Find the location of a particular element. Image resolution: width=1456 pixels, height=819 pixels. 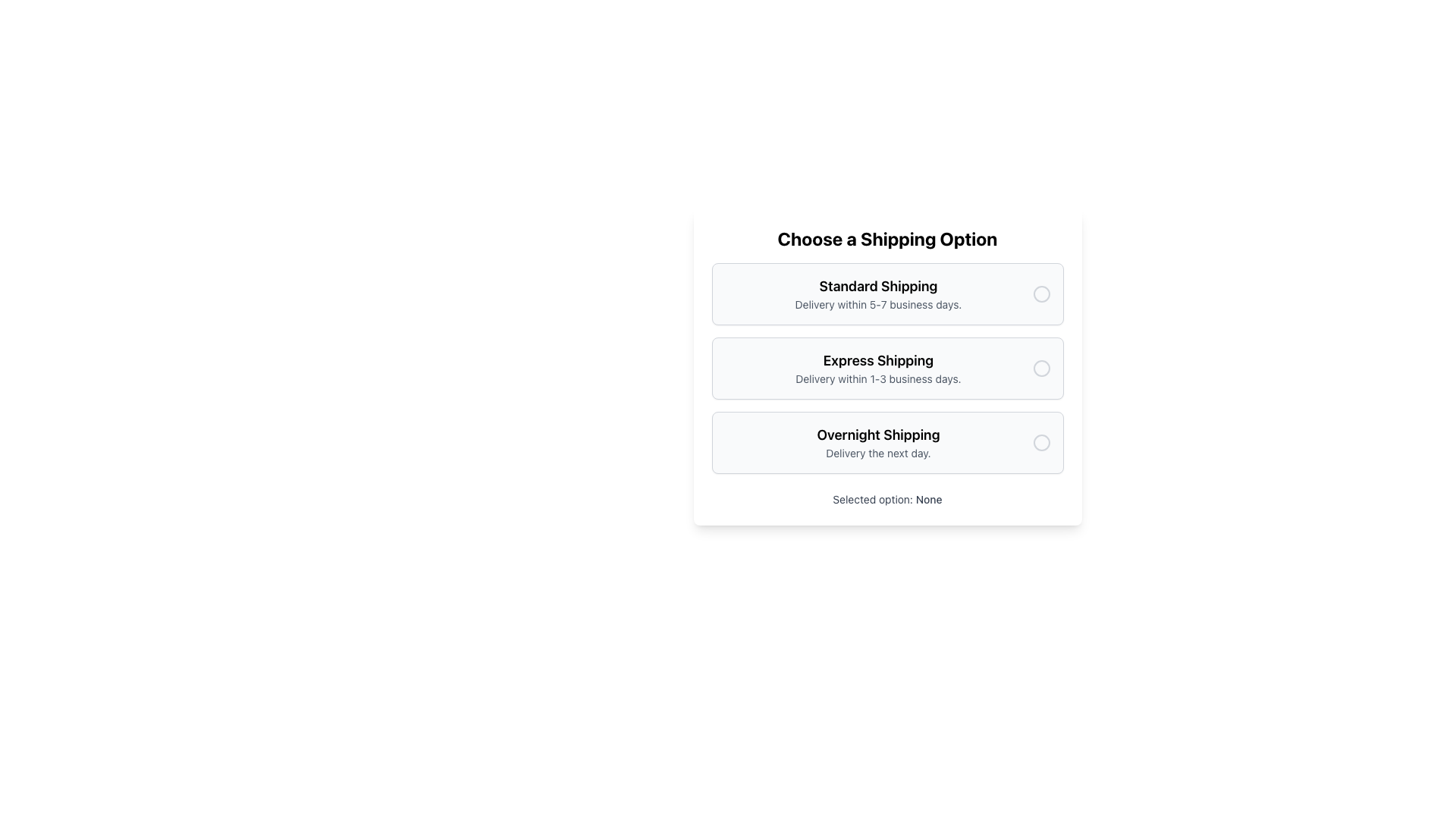

the 'Standard Shipping' radio button using keyboard navigation is located at coordinates (887, 294).